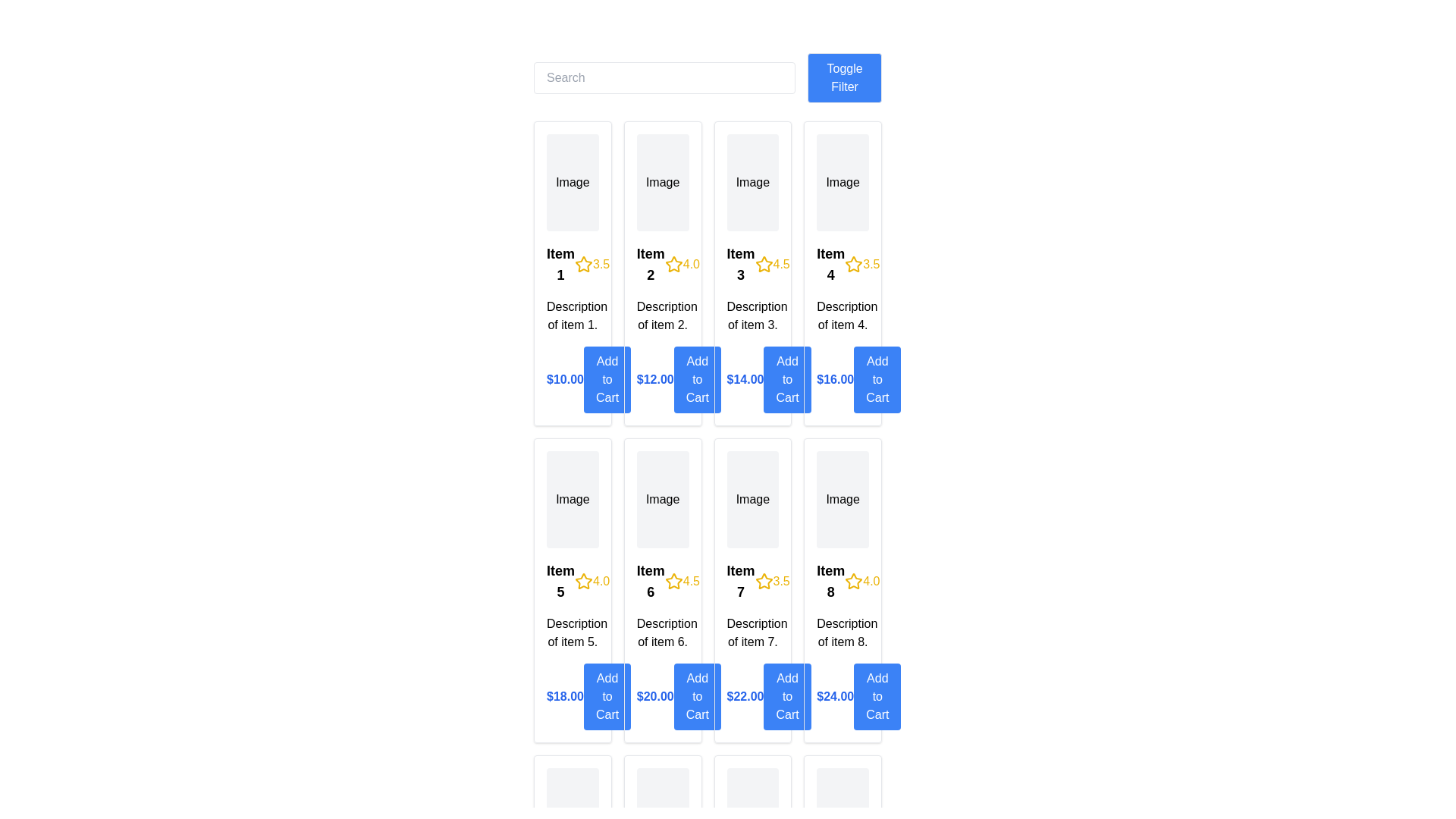 Image resolution: width=1456 pixels, height=819 pixels. I want to click on the text element displaying '$20.00' in bold blue font, located above the 'Add to Cart' button in the sixth column of the grid layout, so click(655, 696).